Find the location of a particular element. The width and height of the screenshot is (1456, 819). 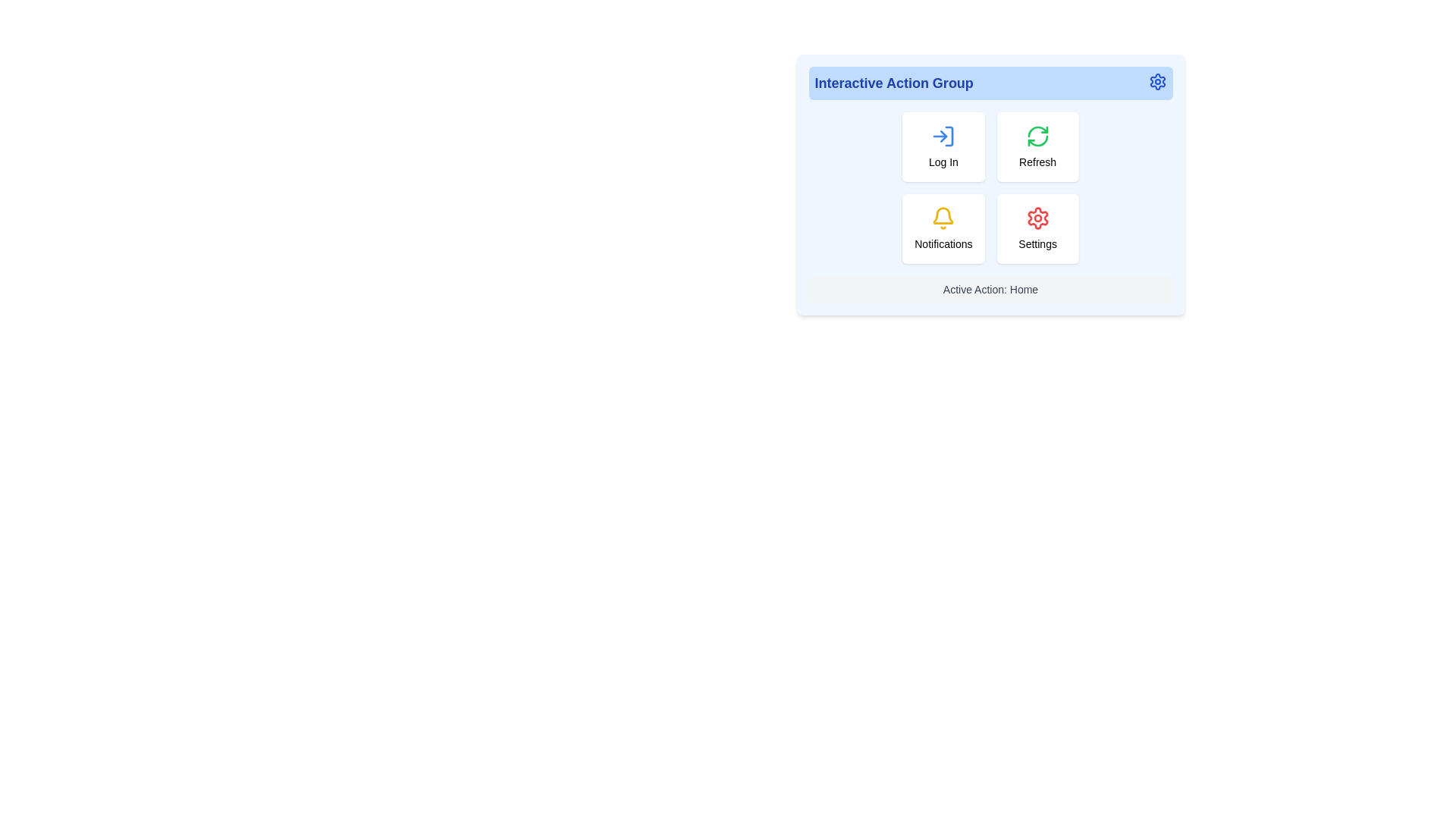

the refresh button located in the top-right position under the 'Interactive Action Group' heading to observe the hover effect is located at coordinates (1037, 146).